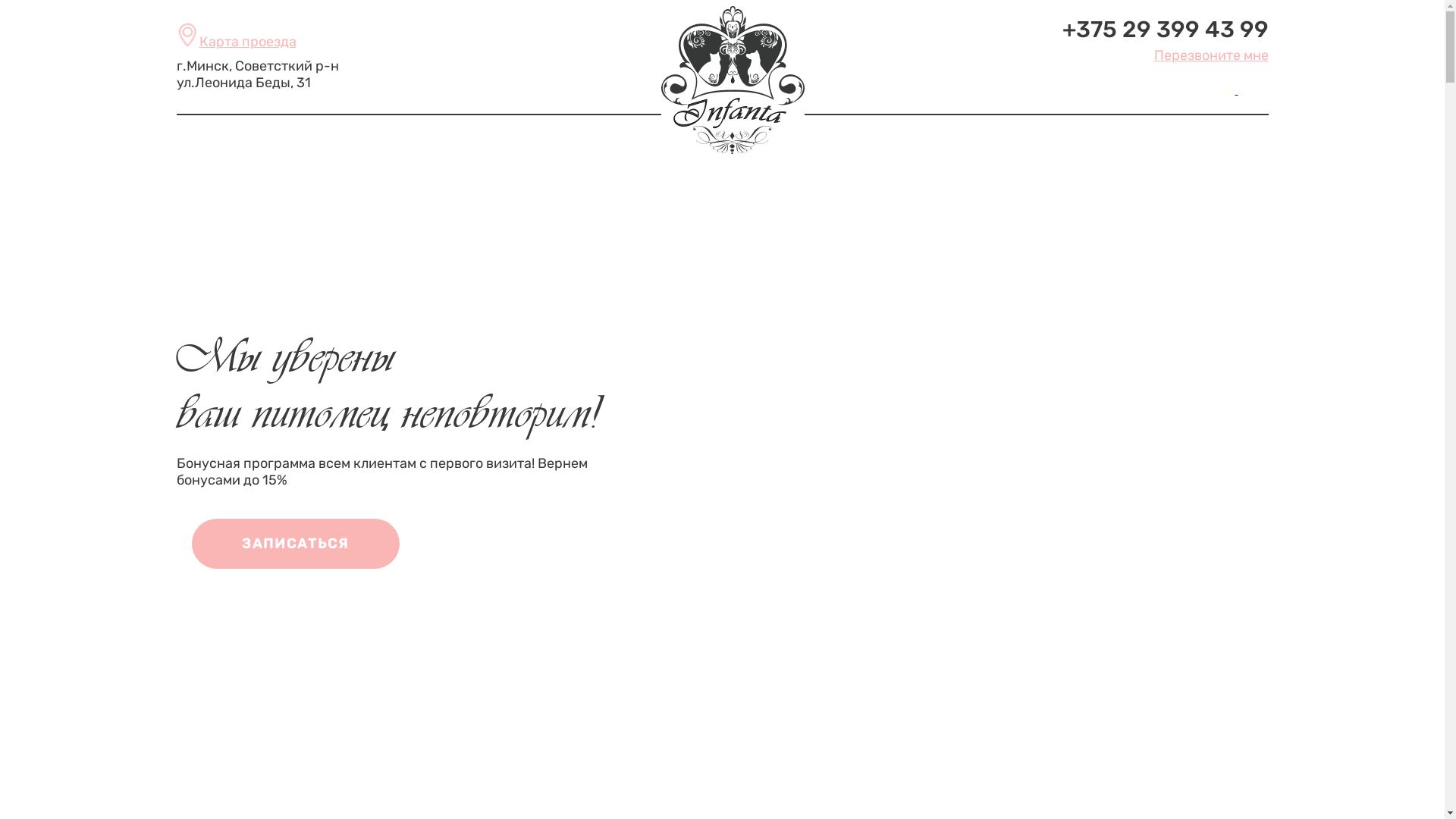 The image size is (1456, 819). Describe the element at coordinates (1164, 29) in the screenshot. I see `'+375 29 399 43 99'` at that location.